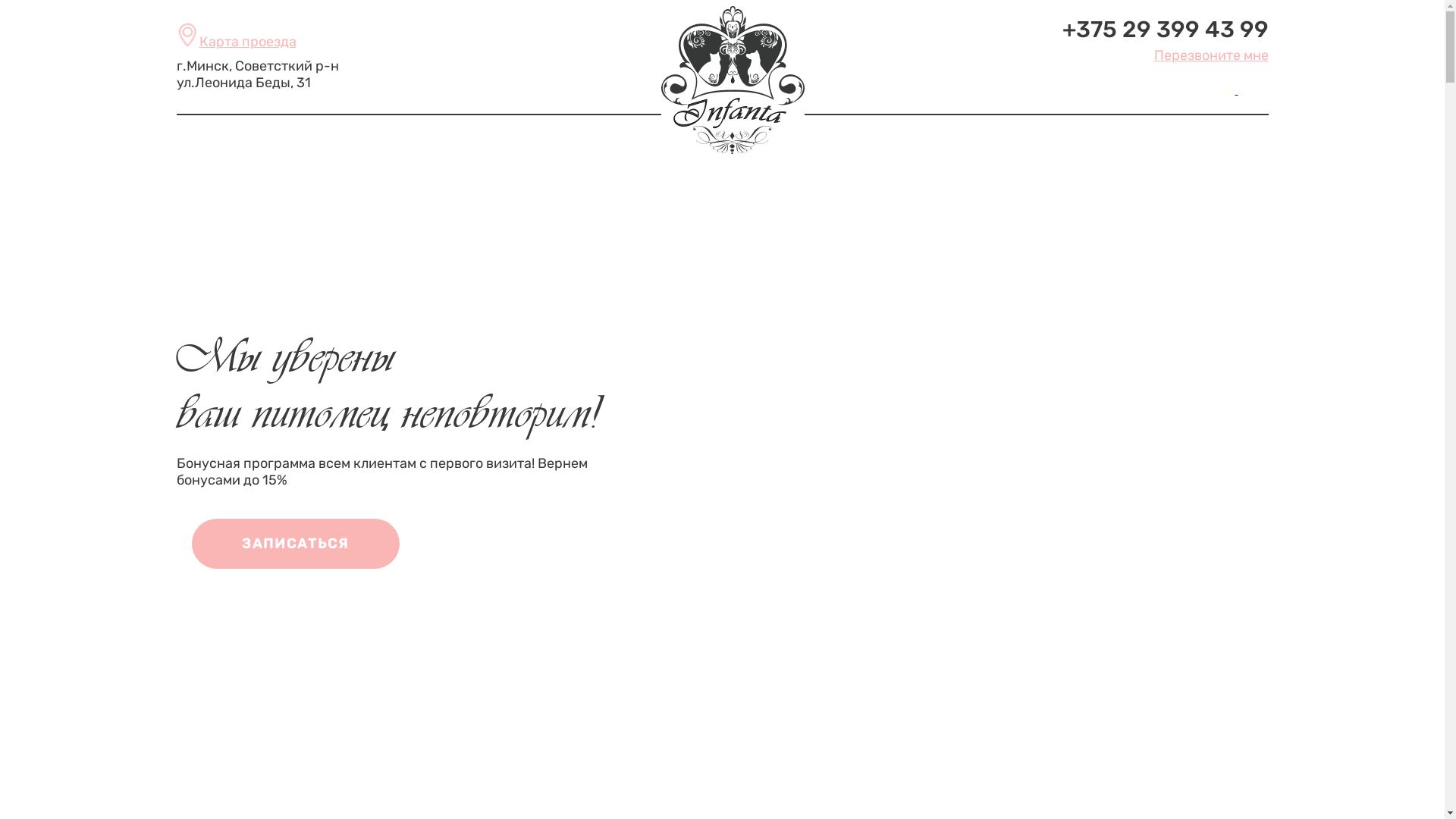 The image size is (1456, 819). Describe the element at coordinates (1164, 29) in the screenshot. I see `'+375 29 399 43 99'` at that location.